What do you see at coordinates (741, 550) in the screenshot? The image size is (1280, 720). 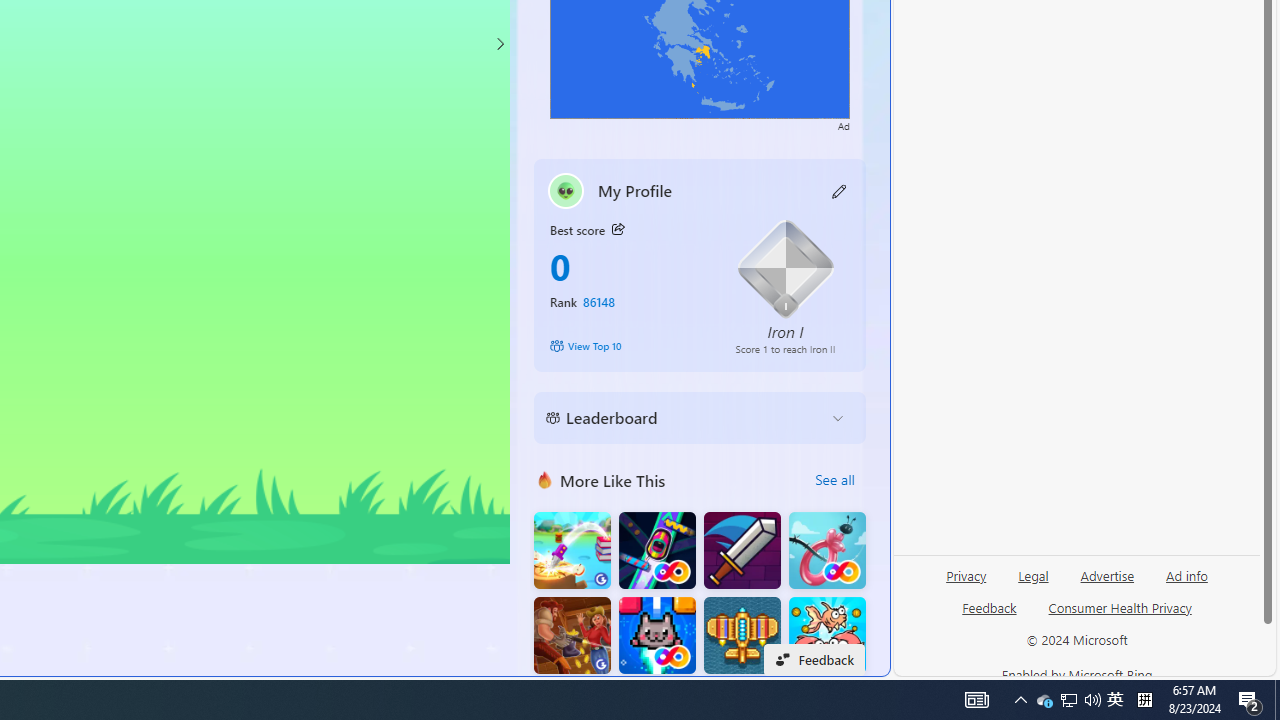 I see `'Dungeon Master Knight'` at bounding box center [741, 550].